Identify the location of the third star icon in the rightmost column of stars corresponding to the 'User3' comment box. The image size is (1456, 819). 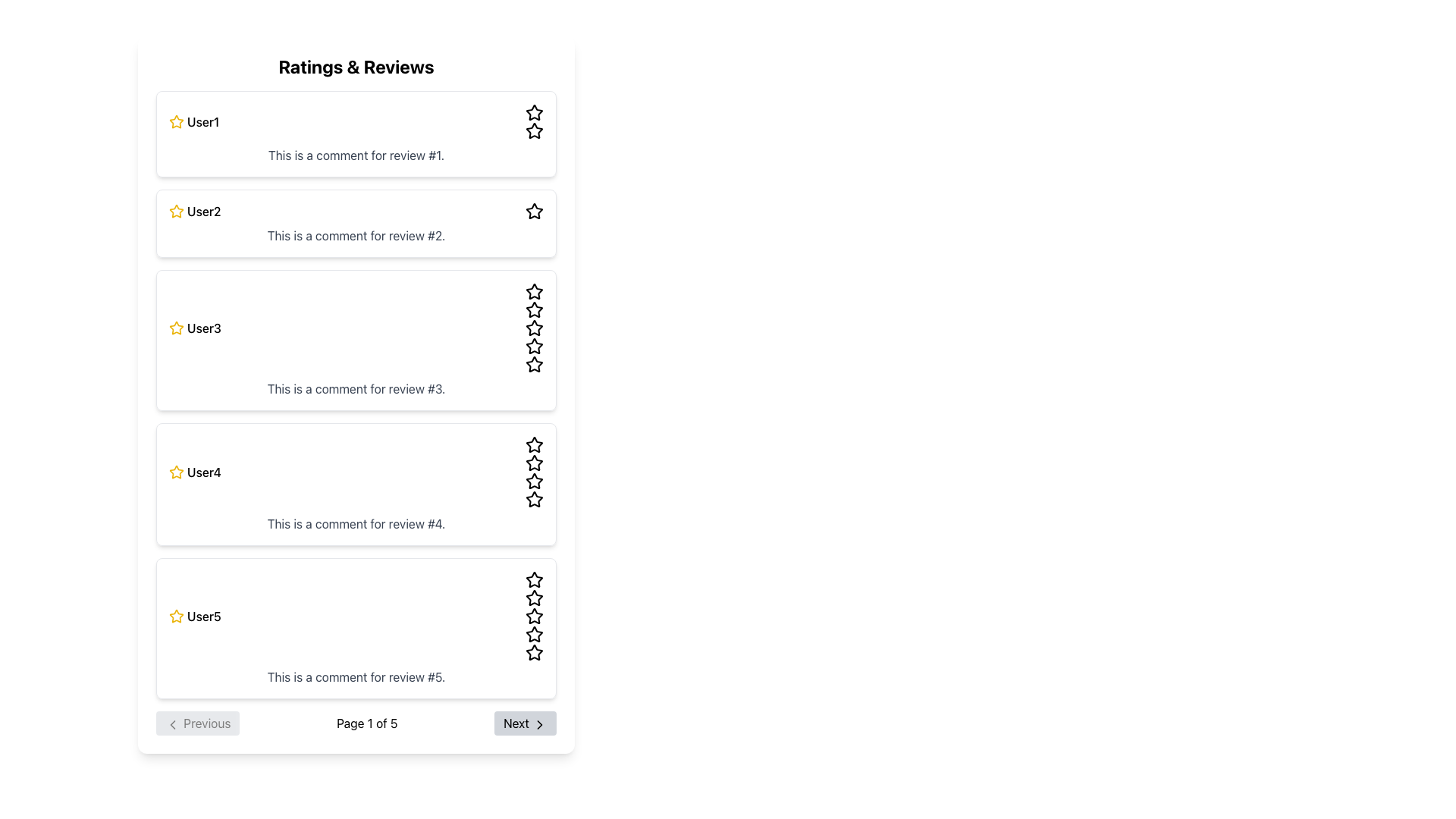
(535, 309).